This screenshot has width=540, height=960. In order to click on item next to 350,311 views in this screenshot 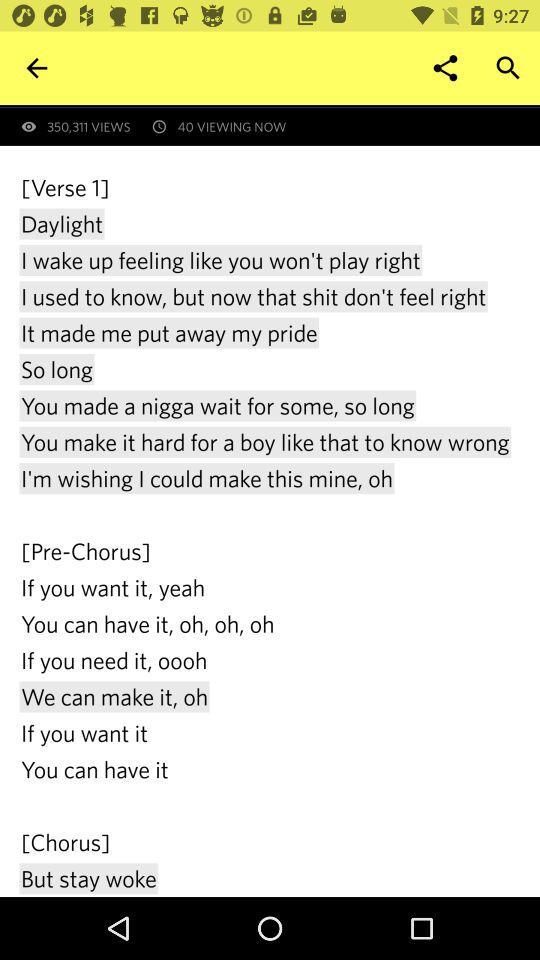, I will do `click(445, 68)`.